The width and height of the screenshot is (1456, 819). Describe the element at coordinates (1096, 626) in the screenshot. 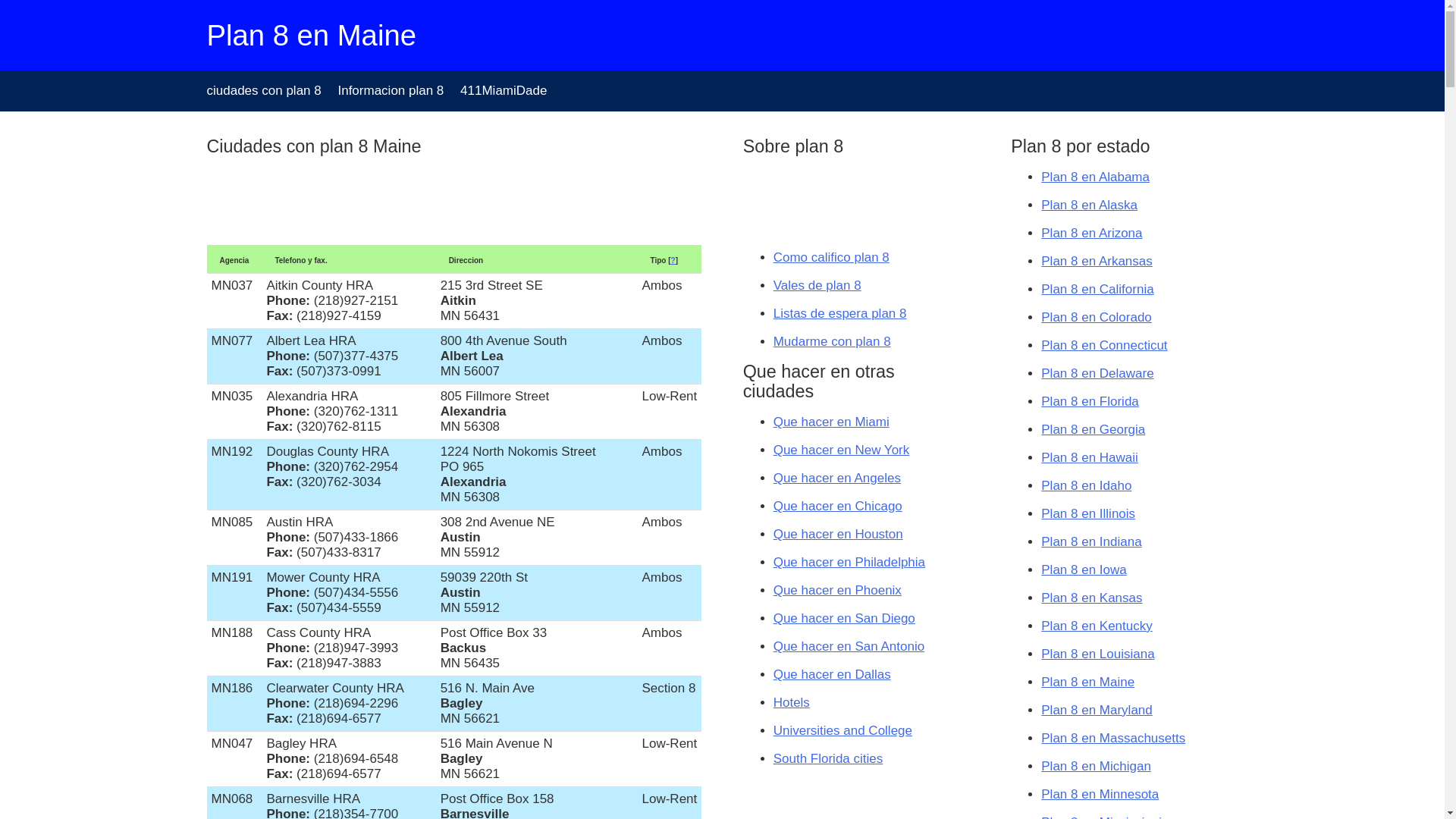

I see `'Plan 8 en Kentucky'` at that location.